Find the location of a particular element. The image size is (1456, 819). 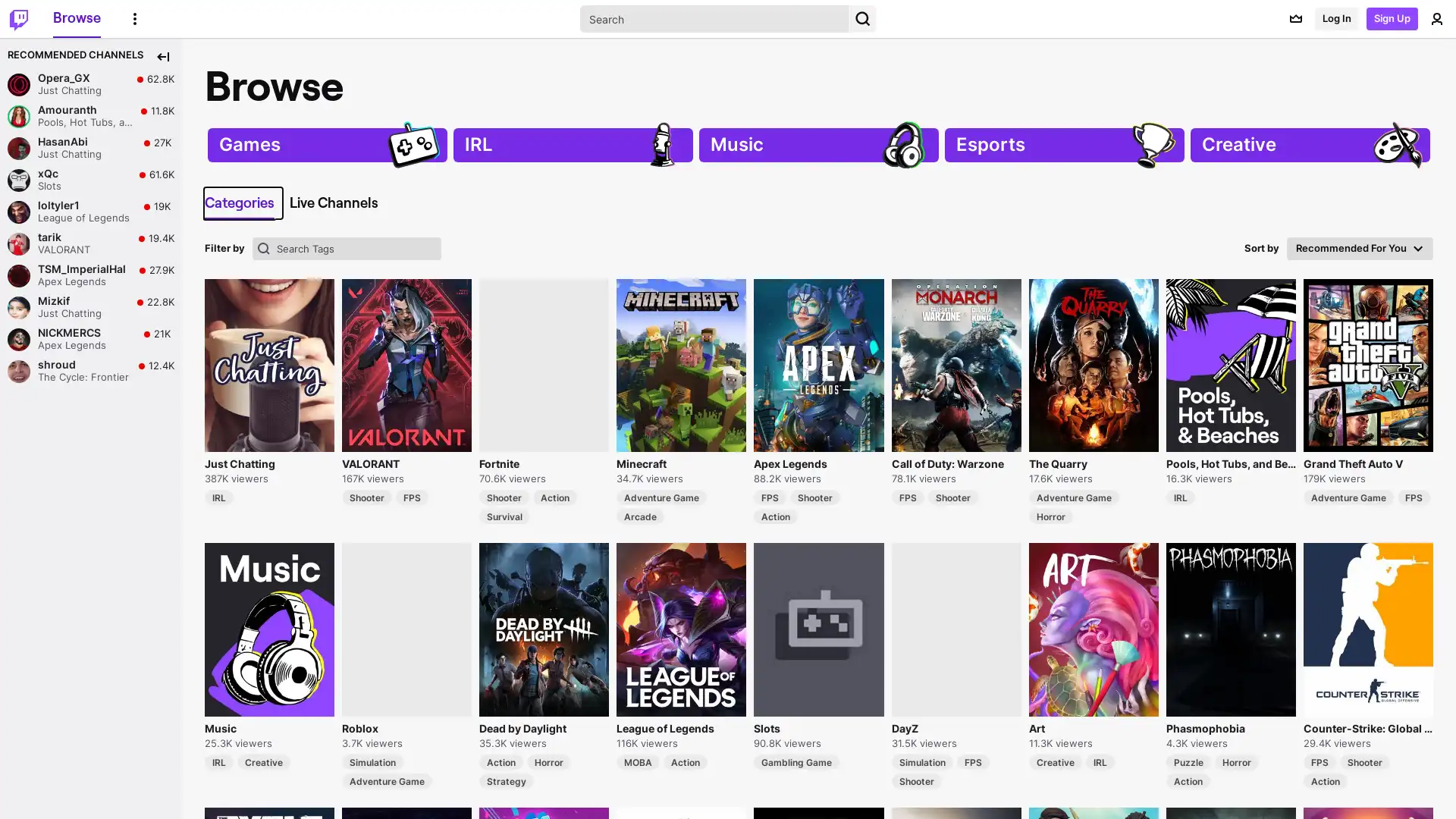

Adventure Game is located at coordinates (1348, 497).